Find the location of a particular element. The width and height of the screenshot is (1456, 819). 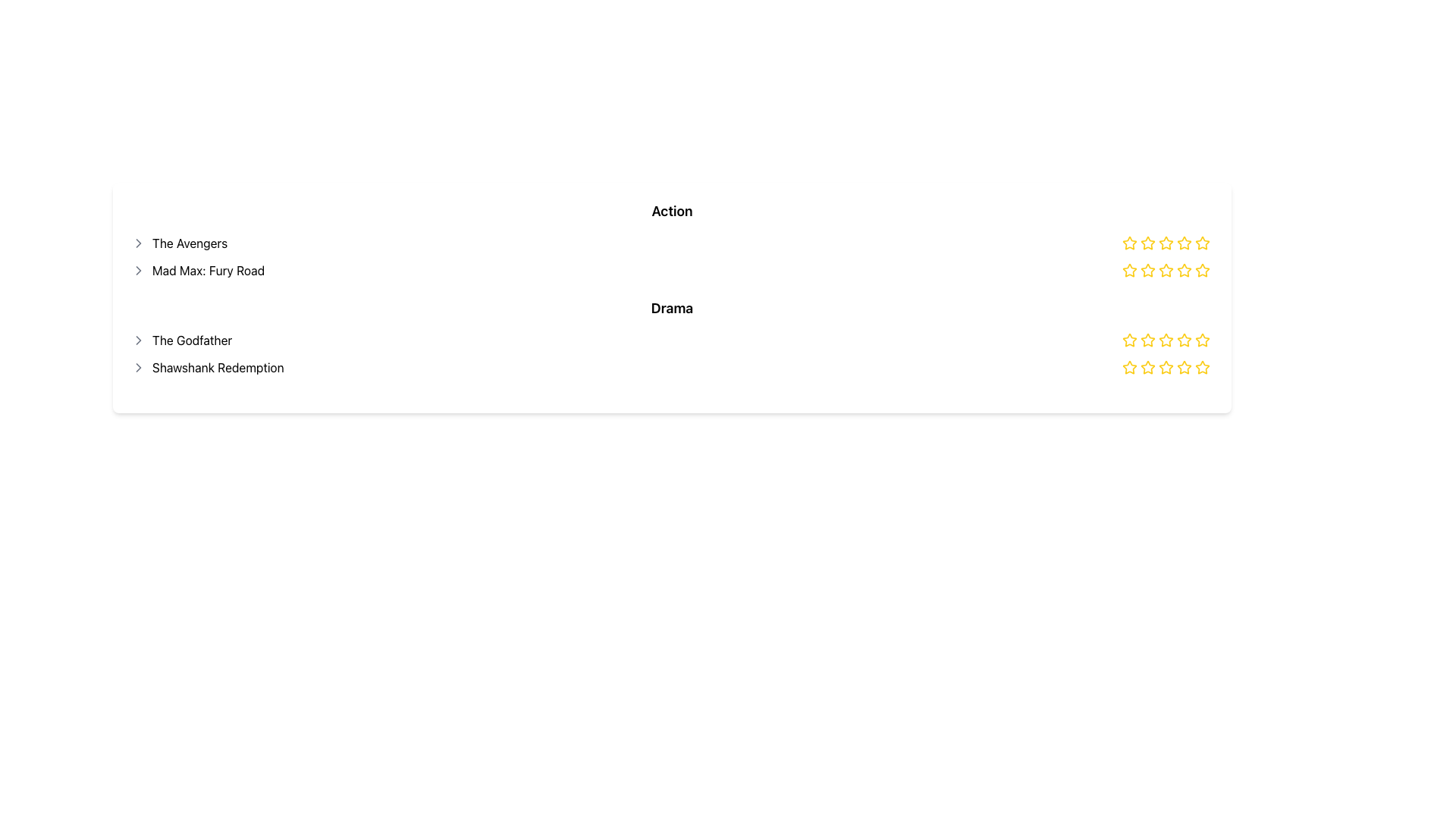

the chevron icon located to the left of the text 'The Godfather' is located at coordinates (138, 339).